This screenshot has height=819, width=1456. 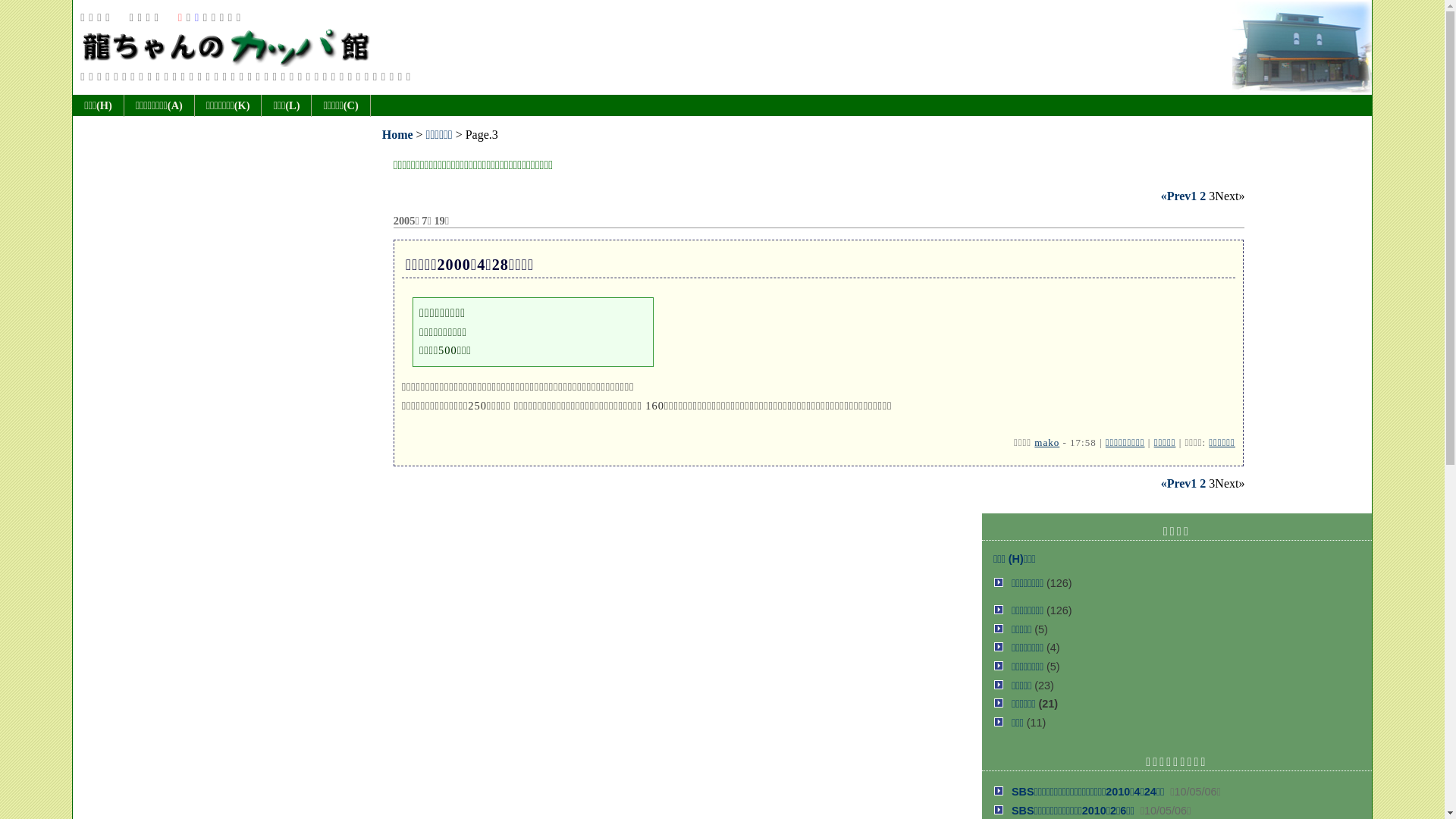 I want to click on '2', so click(x=1201, y=195).